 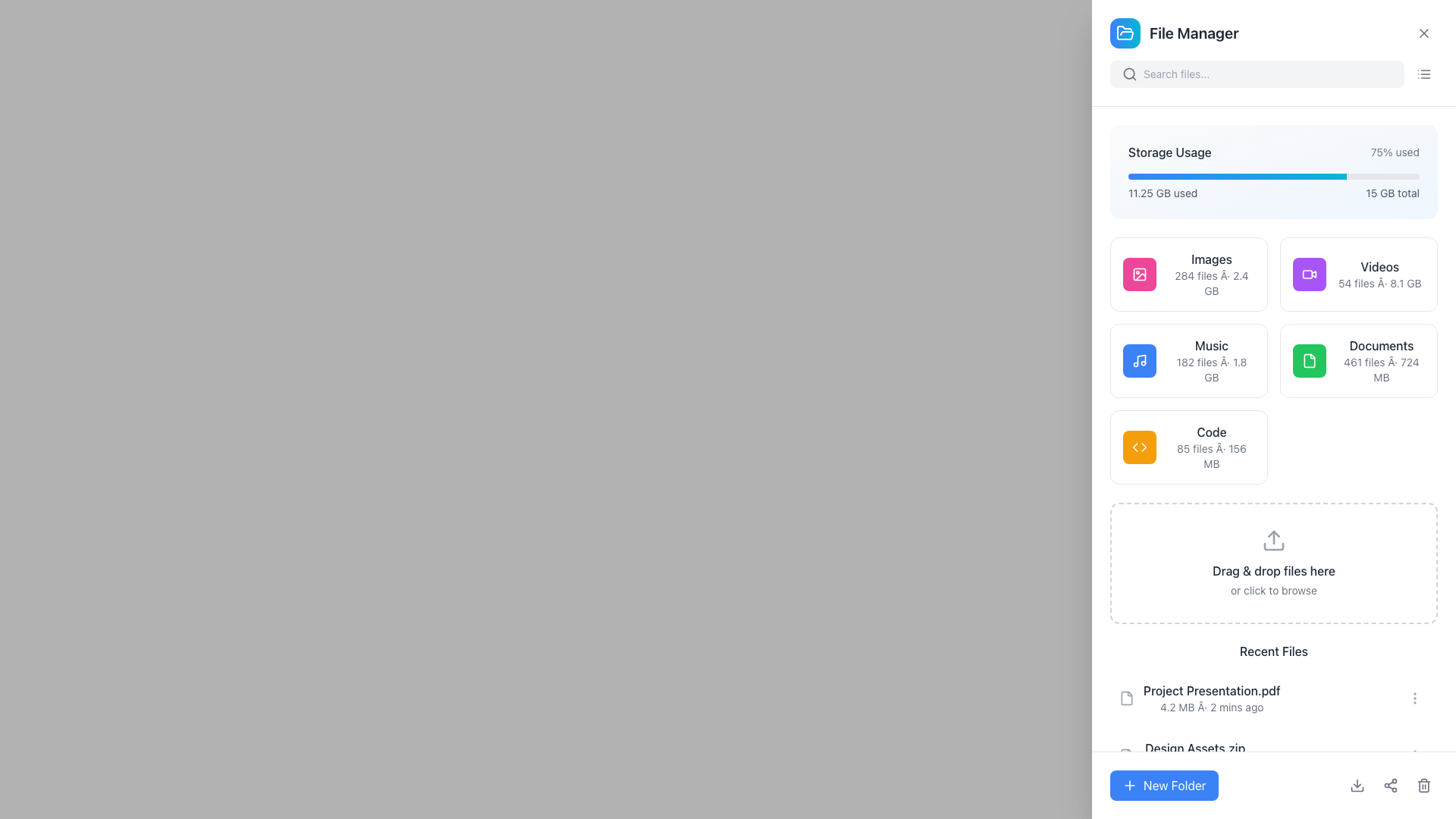 I want to click on the graphical vector-based UI component resembling a trash bin, located next to the 'New Folder' button at the bottom right corner of the interface, so click(x=1423, y=786).